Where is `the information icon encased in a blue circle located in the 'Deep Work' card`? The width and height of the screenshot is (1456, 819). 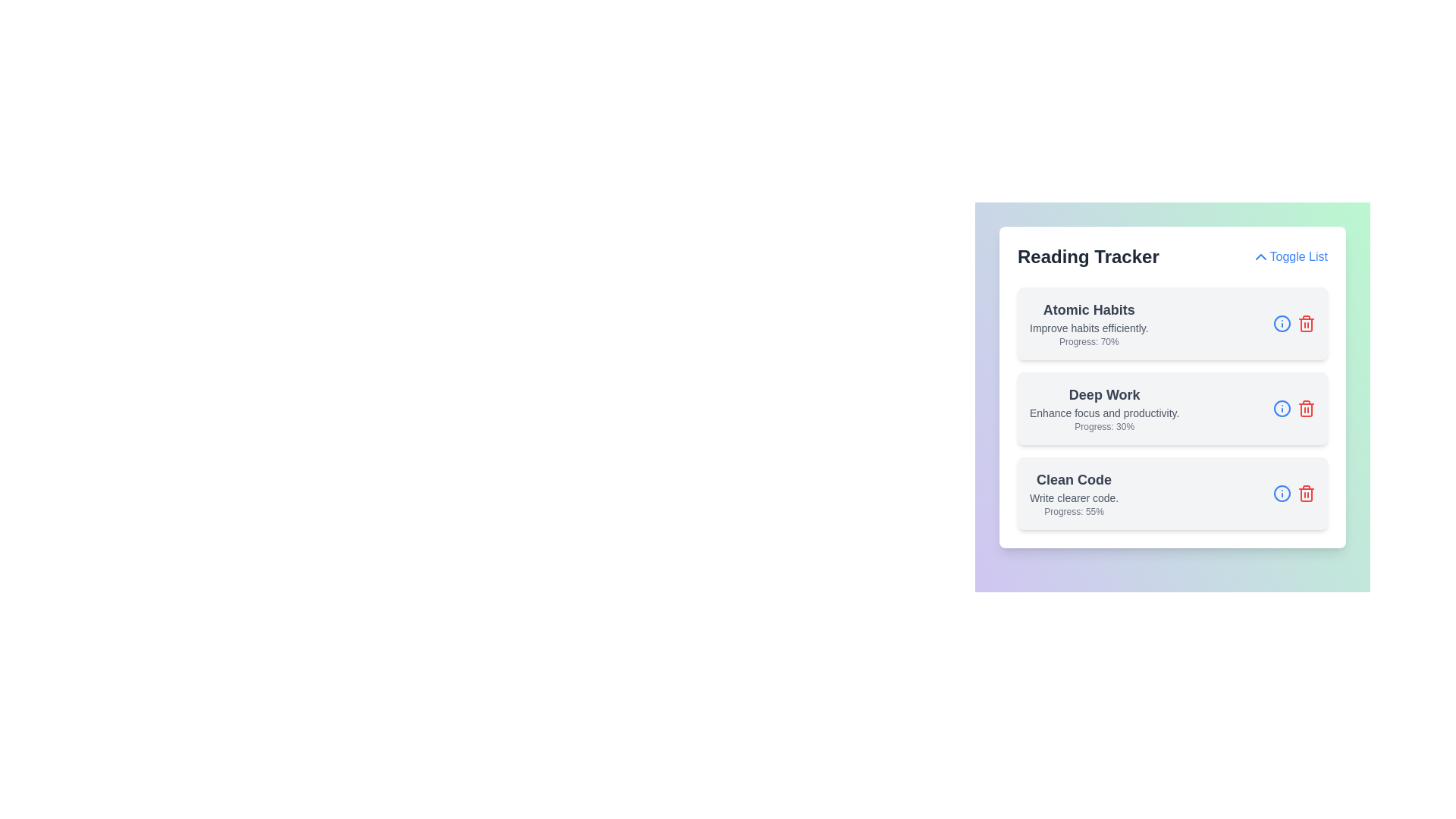
the information icon encased in a blue circle located in the 'Deep Work' card is located at coordinates (1294, 408).